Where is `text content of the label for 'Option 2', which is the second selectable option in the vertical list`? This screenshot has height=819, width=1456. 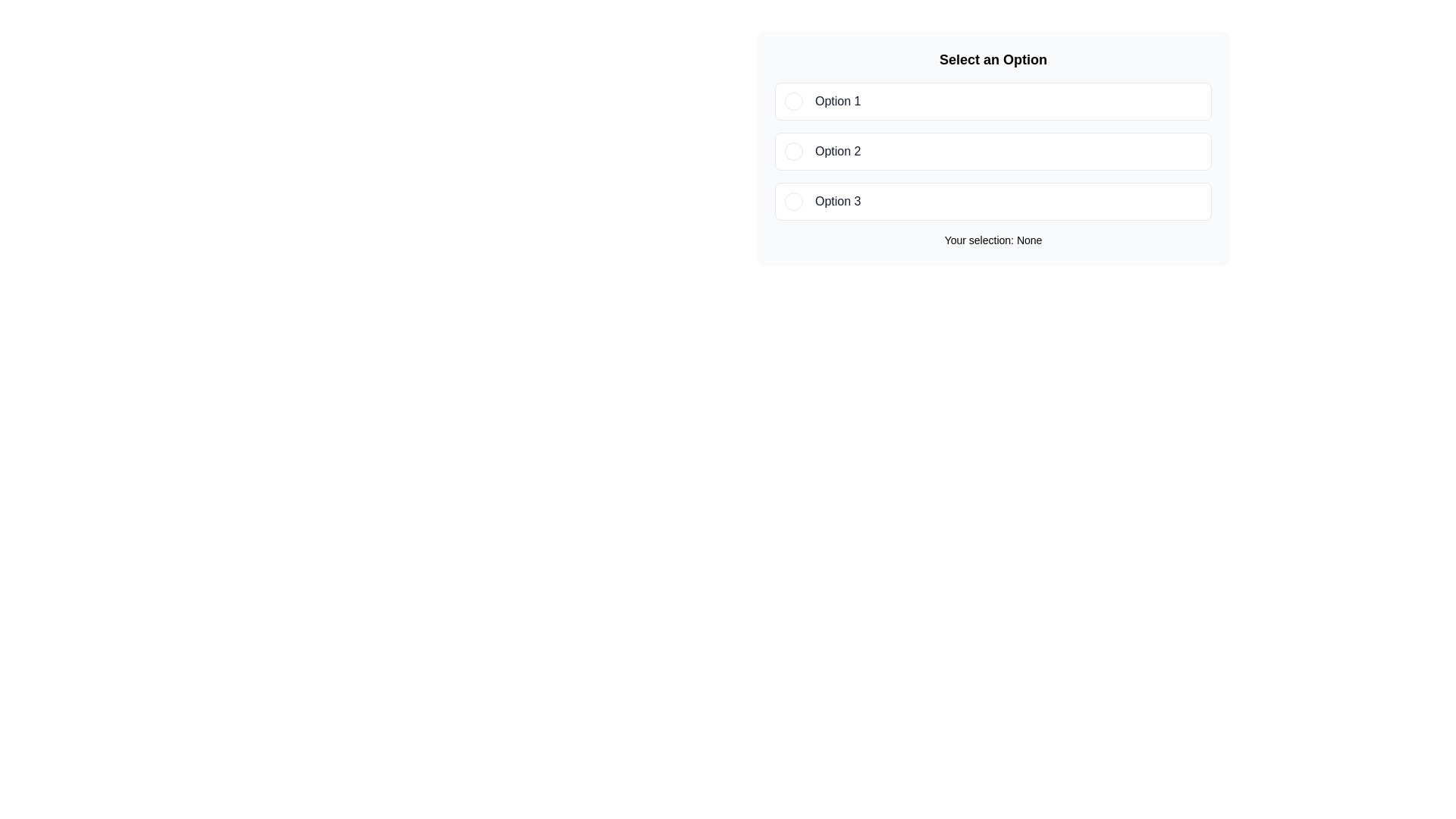 text content of the label for 'Option 2', which is the second selectable option in the vertical list is located at coordinates (837, 152).